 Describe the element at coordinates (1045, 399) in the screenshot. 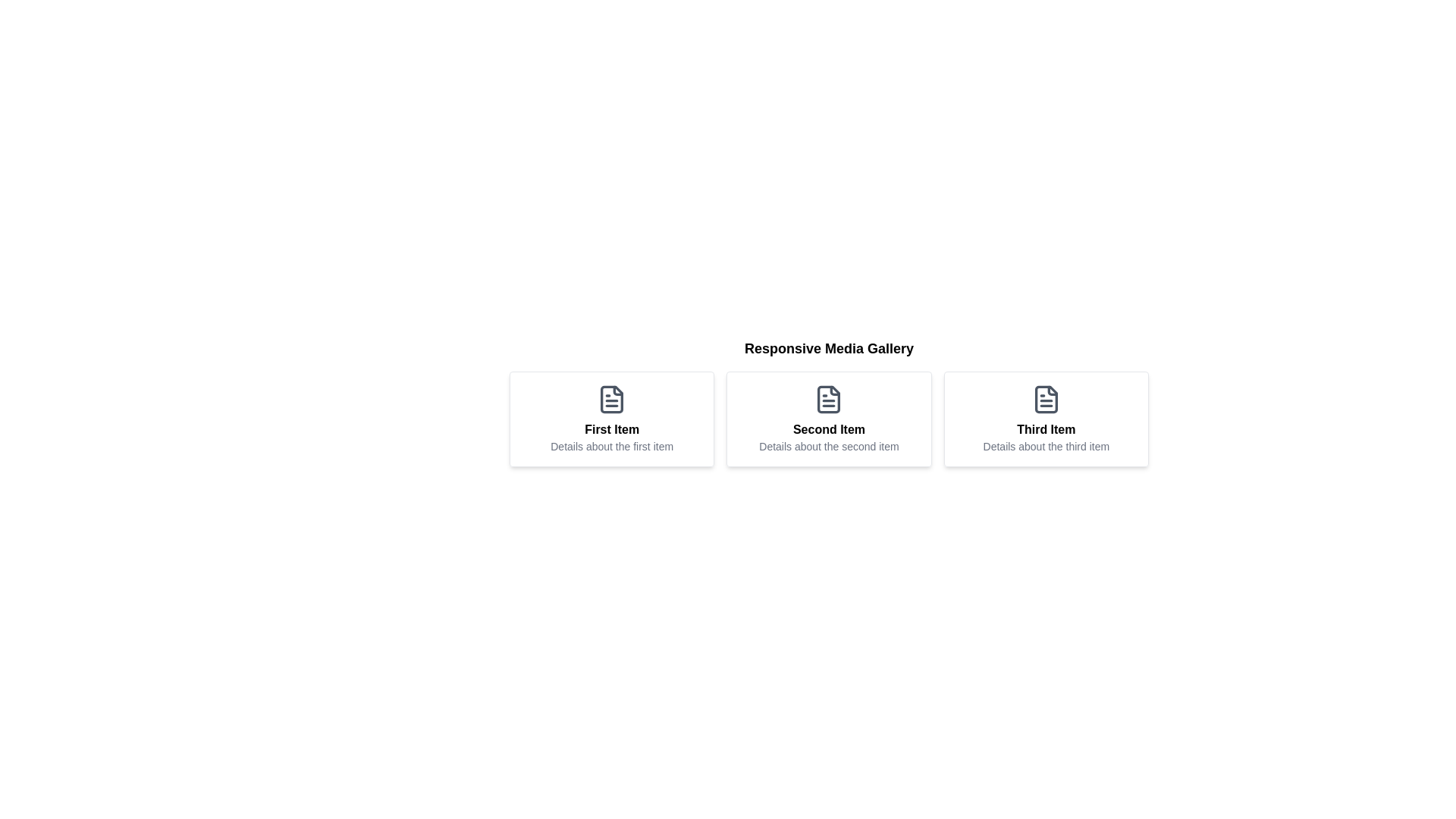

I see `the document icon representing the 'Third Item' card, which is located at the top center of the card and serves as an identifier for the card's context` at that location.